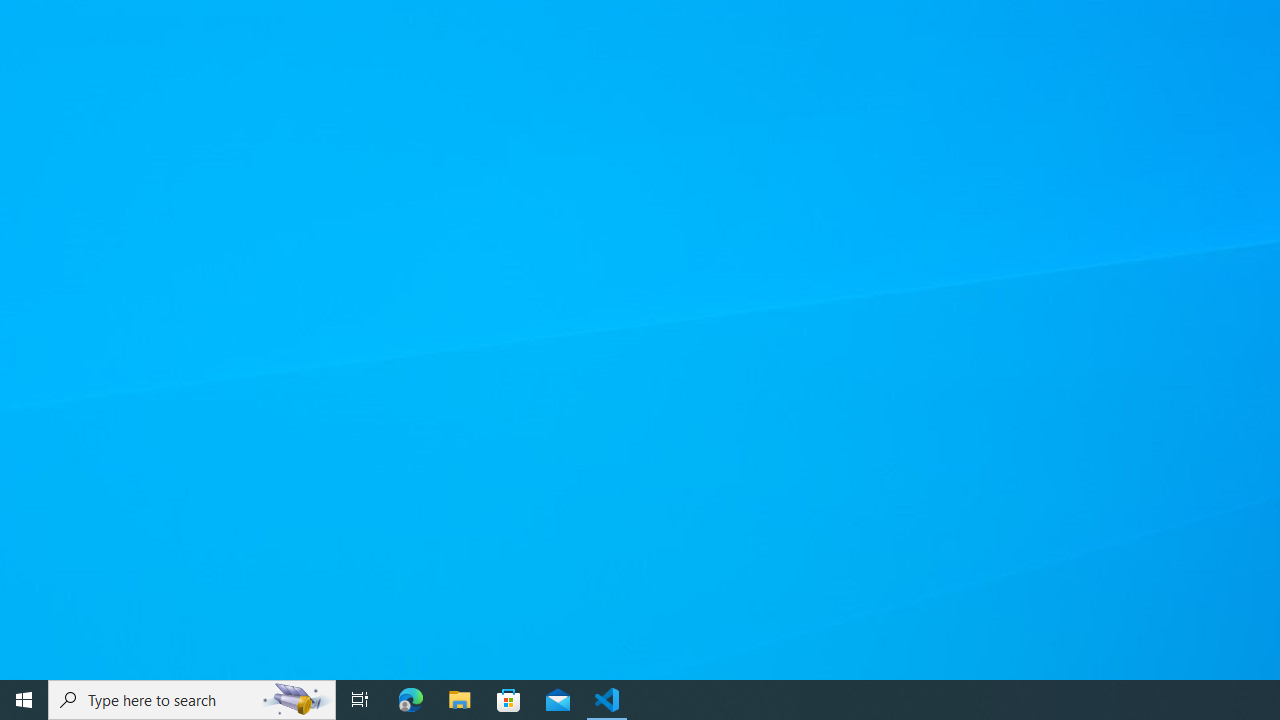 The height and width of the screenshot is (720, 1280). I want to click on 'Search highlights icon opens search home window', so click(294, 698).